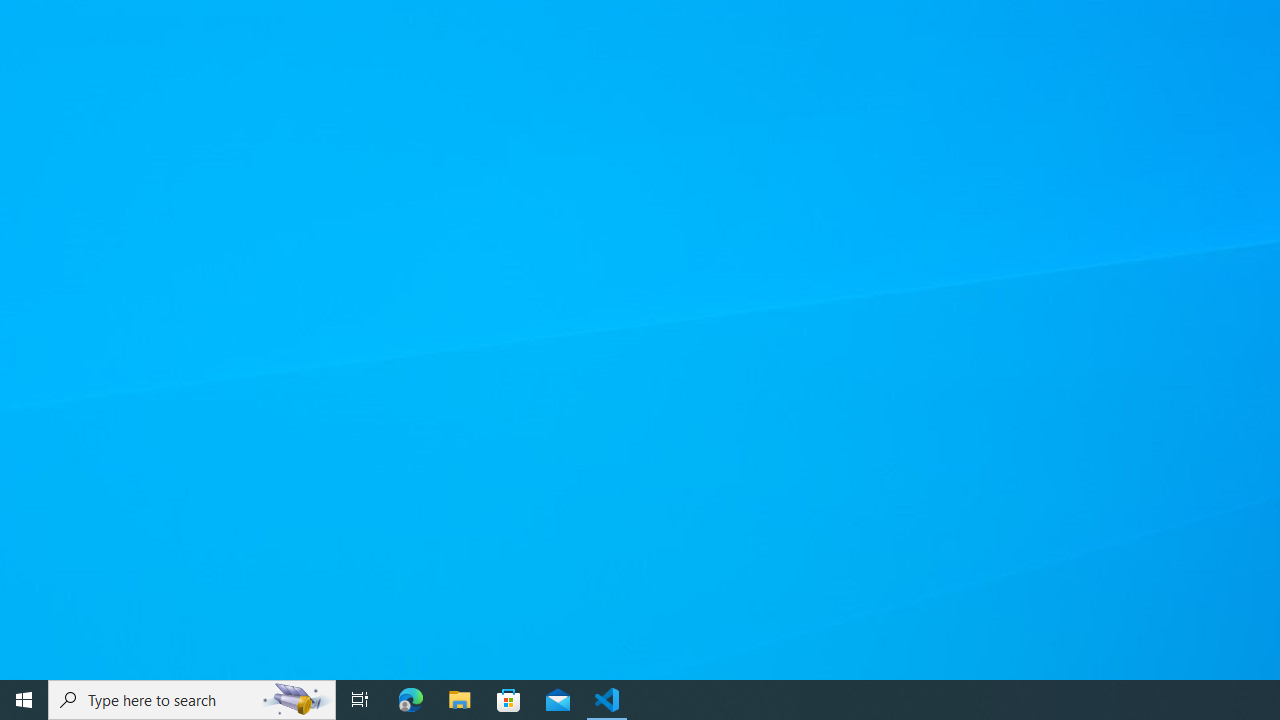 The height and width of the screenshot is (720, 1280). I want to click on 'Search highlights icon opens search home window', so click(294, 698).